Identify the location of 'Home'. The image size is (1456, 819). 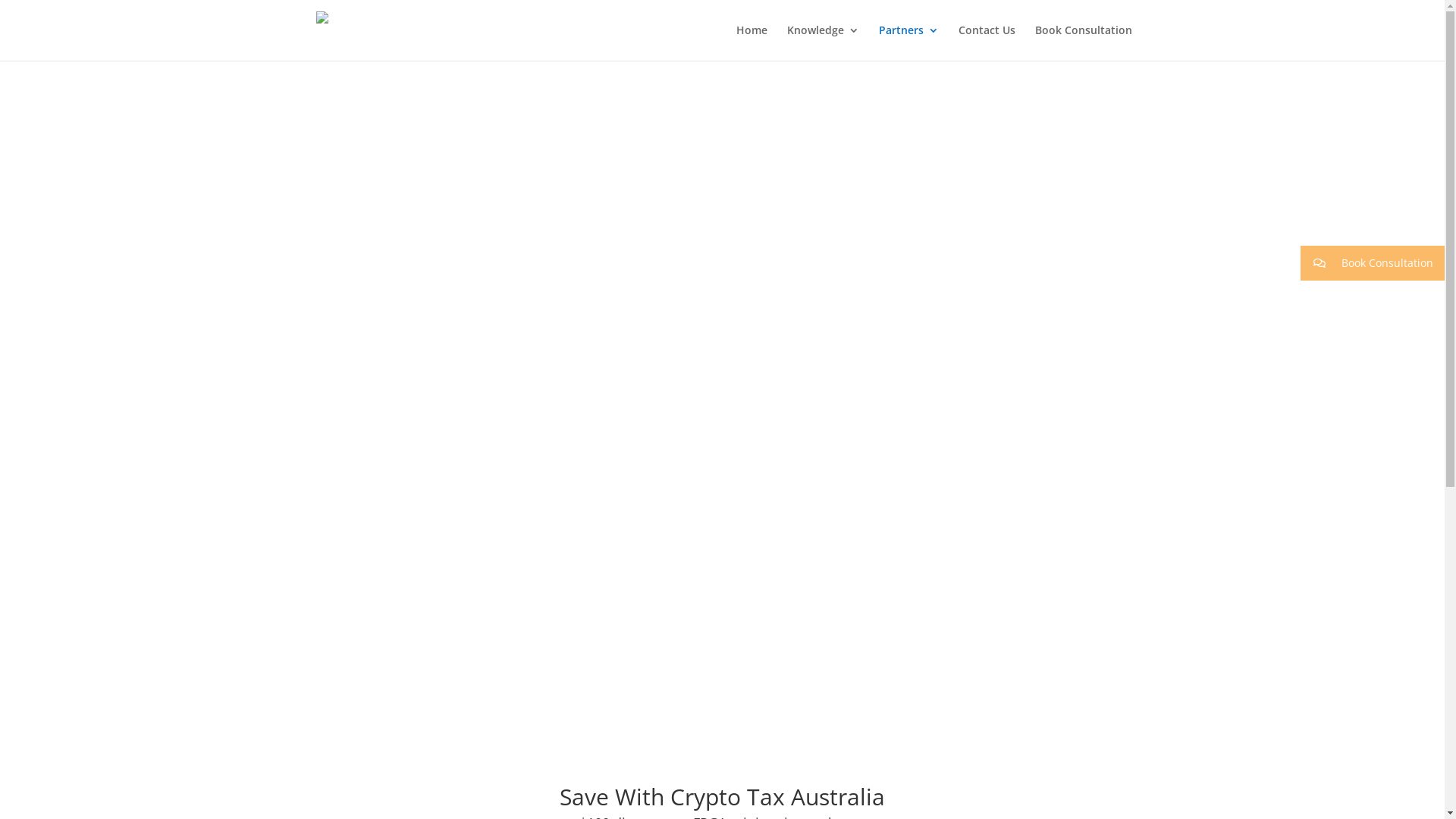
(735, 42).